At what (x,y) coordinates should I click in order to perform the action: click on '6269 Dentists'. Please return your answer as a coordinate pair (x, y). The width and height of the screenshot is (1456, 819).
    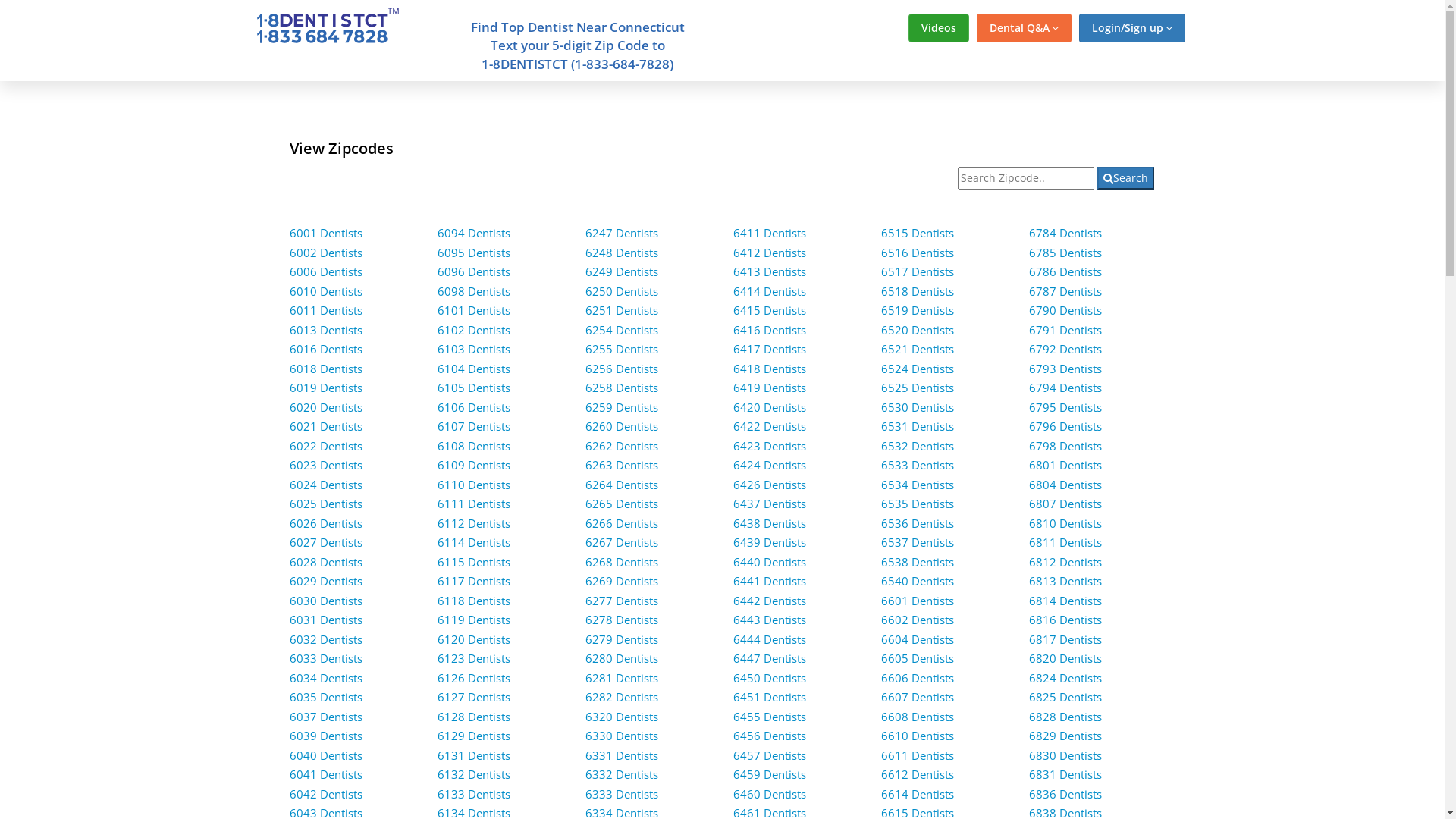
    Looking at the image, I should click on (622, 580).